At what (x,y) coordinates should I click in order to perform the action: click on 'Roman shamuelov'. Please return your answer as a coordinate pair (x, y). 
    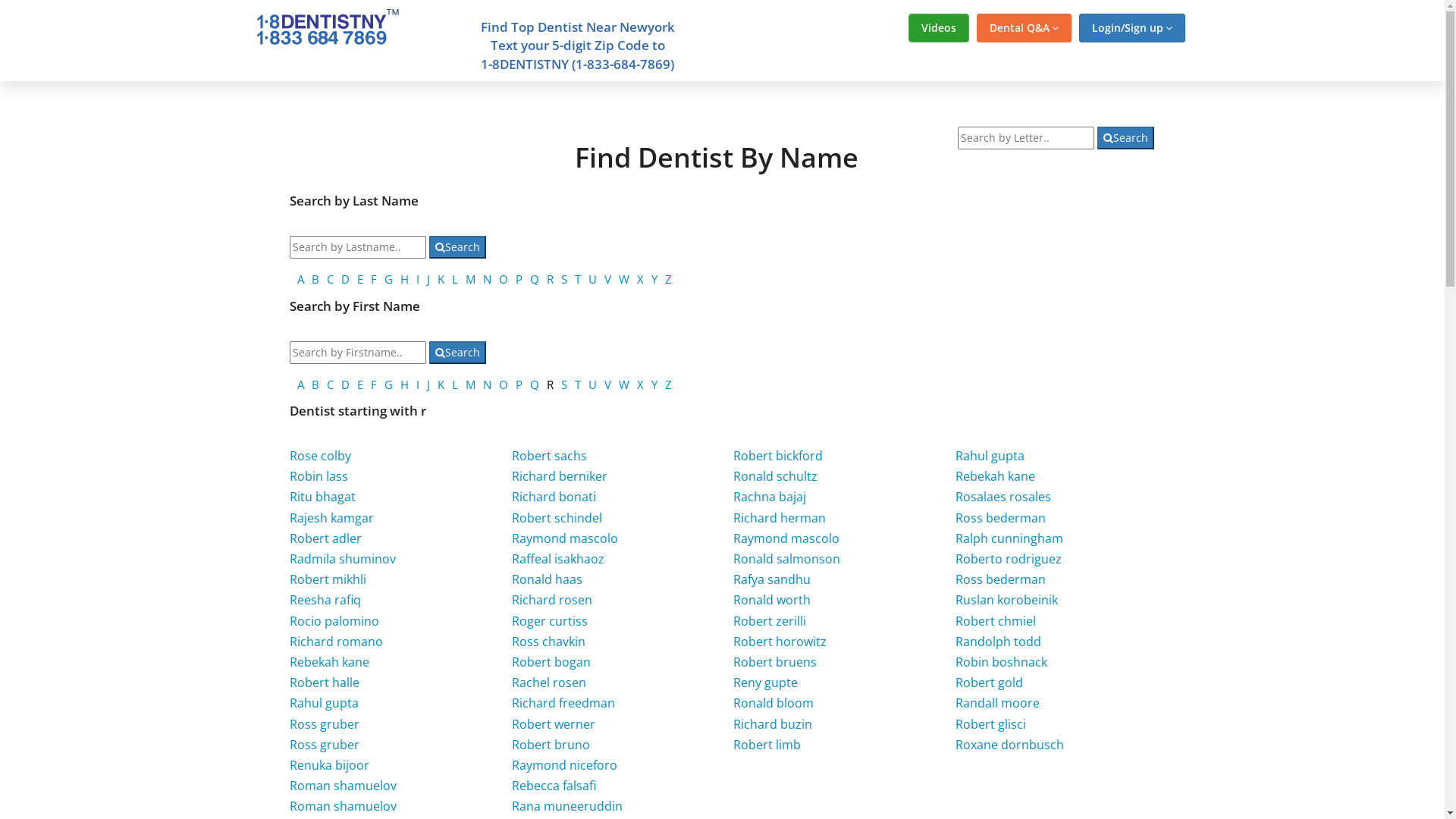
    Looking at the image, I should click on (290, 805).